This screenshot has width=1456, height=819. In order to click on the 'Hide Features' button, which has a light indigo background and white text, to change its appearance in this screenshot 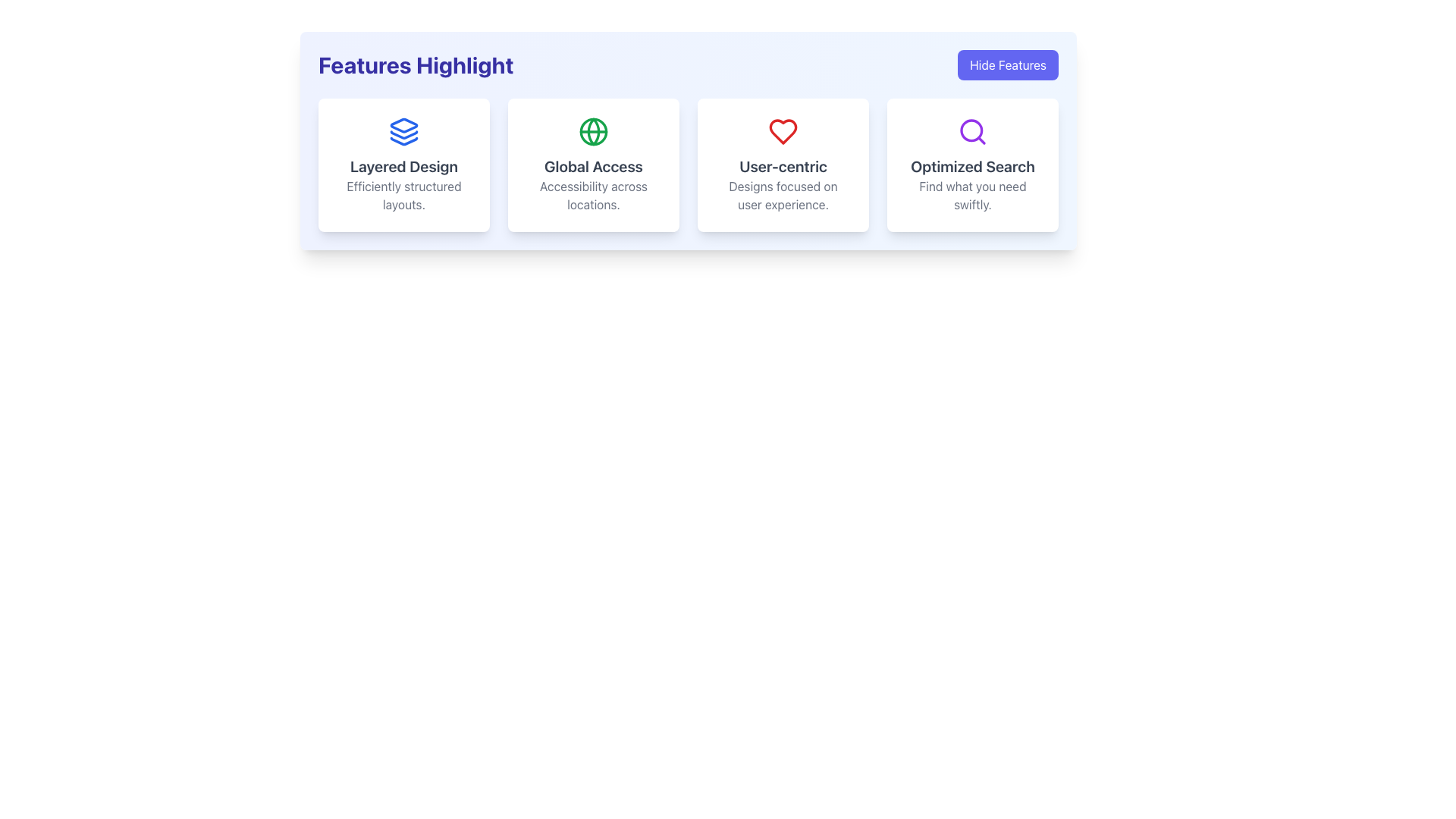, I will do `click(1008, 64)`.